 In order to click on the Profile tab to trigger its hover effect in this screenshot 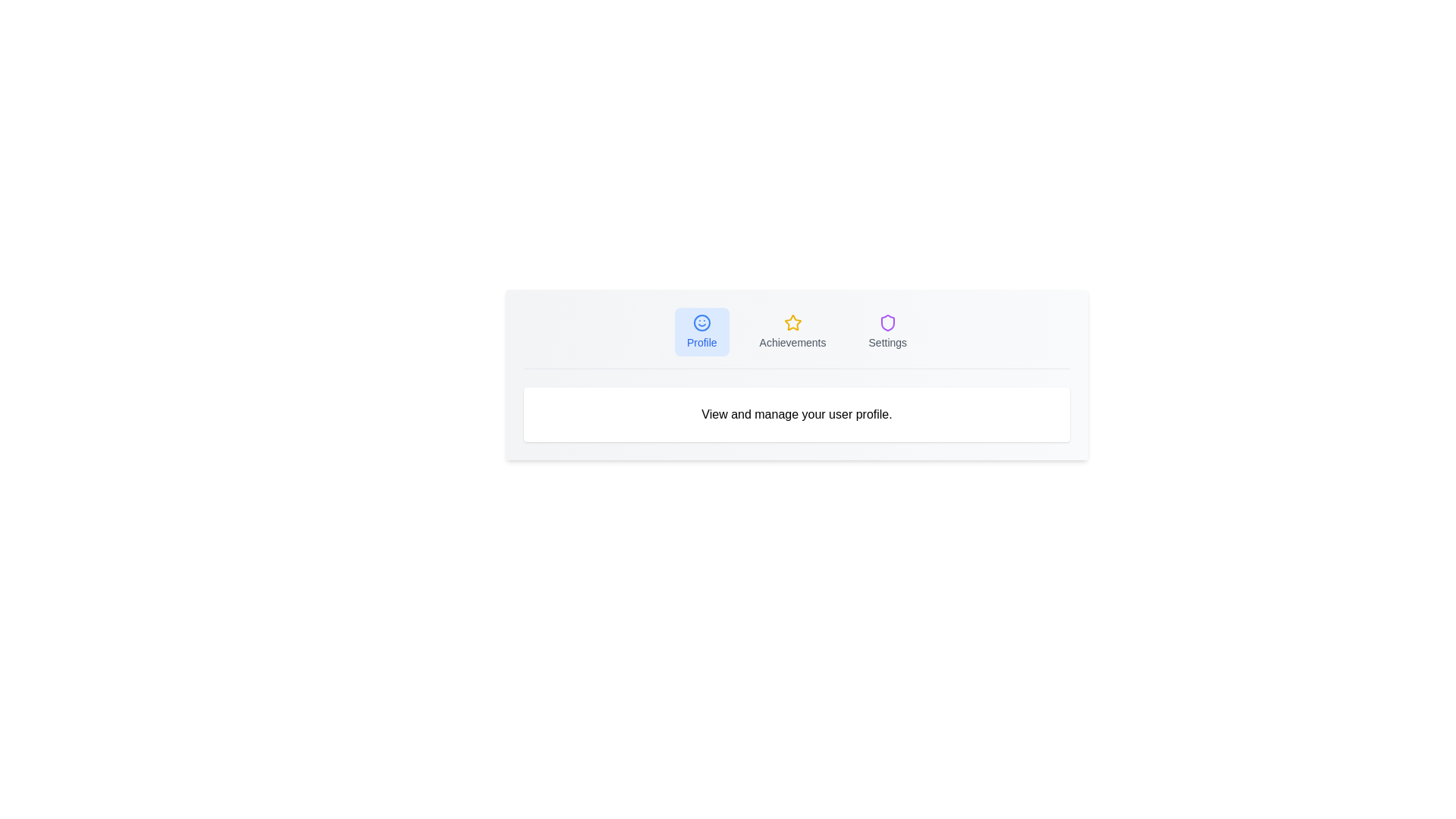, I will do `click(701, 331)`.